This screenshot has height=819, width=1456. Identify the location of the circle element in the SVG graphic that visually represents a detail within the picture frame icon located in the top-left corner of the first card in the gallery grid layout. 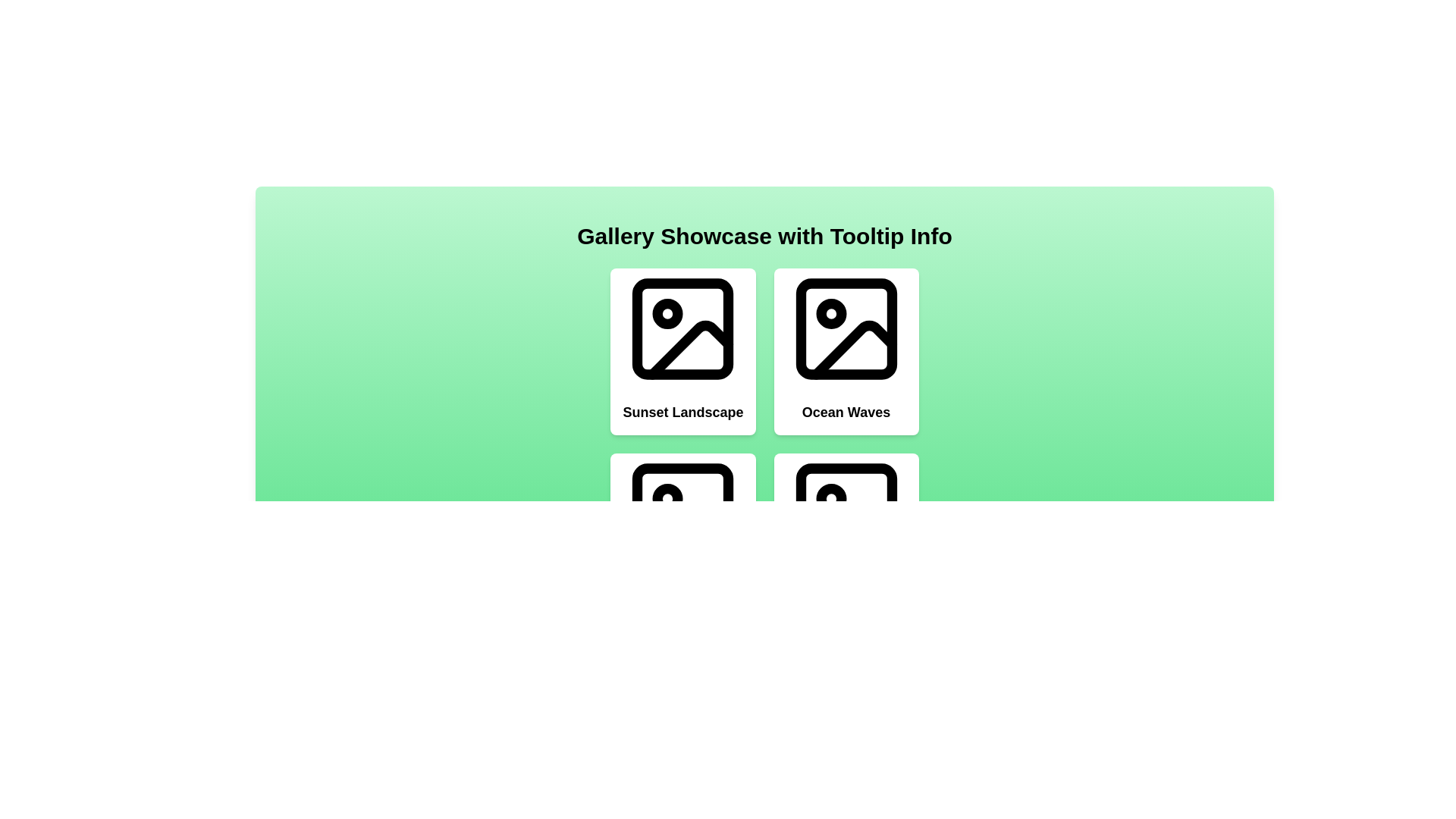
(667, 312).